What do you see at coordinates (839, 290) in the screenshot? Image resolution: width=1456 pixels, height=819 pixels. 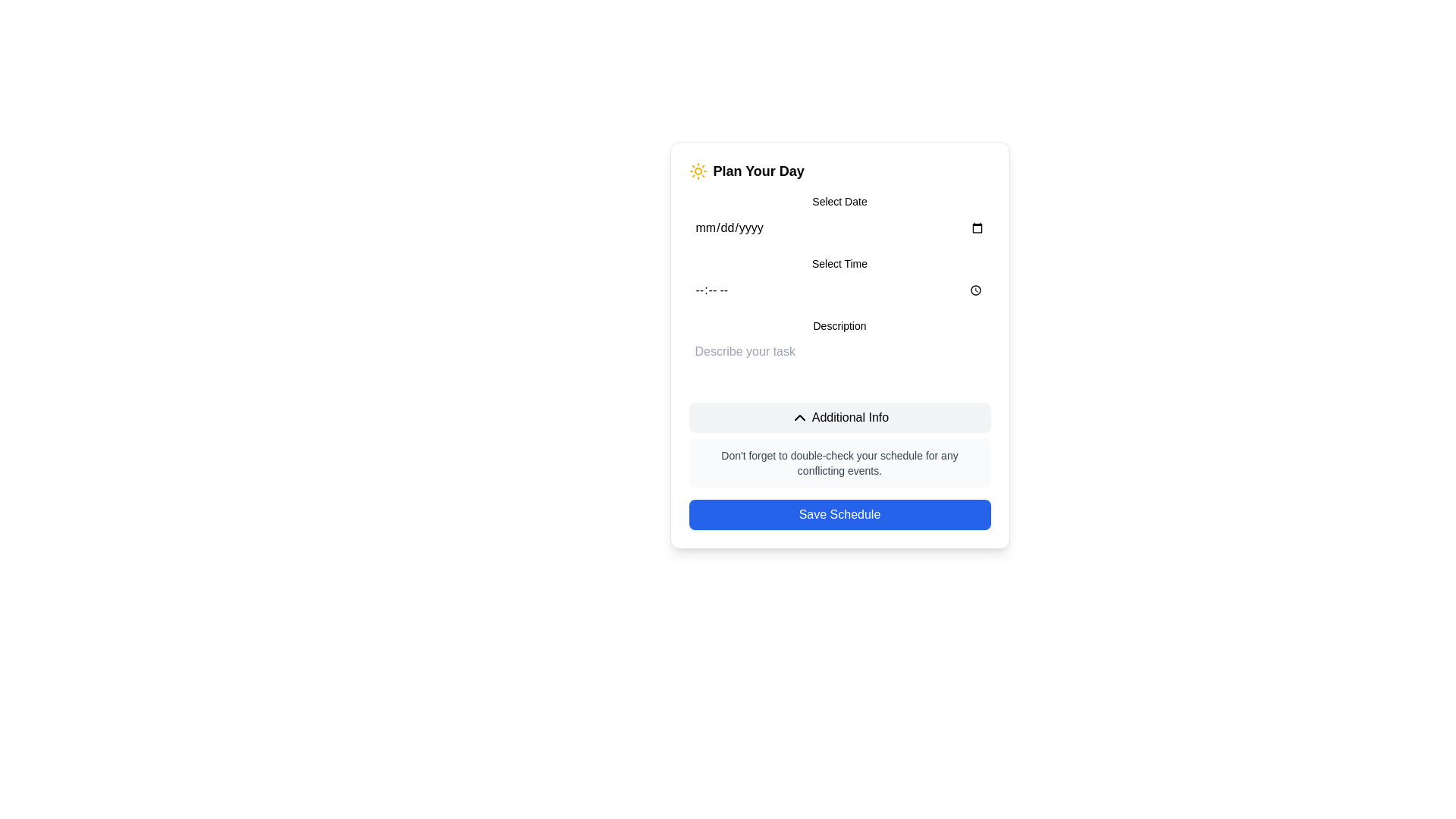 I see `a time from the dropdown menu located in the Time input field beneath the 'Select Time' label` at bounding box center [839, 290].